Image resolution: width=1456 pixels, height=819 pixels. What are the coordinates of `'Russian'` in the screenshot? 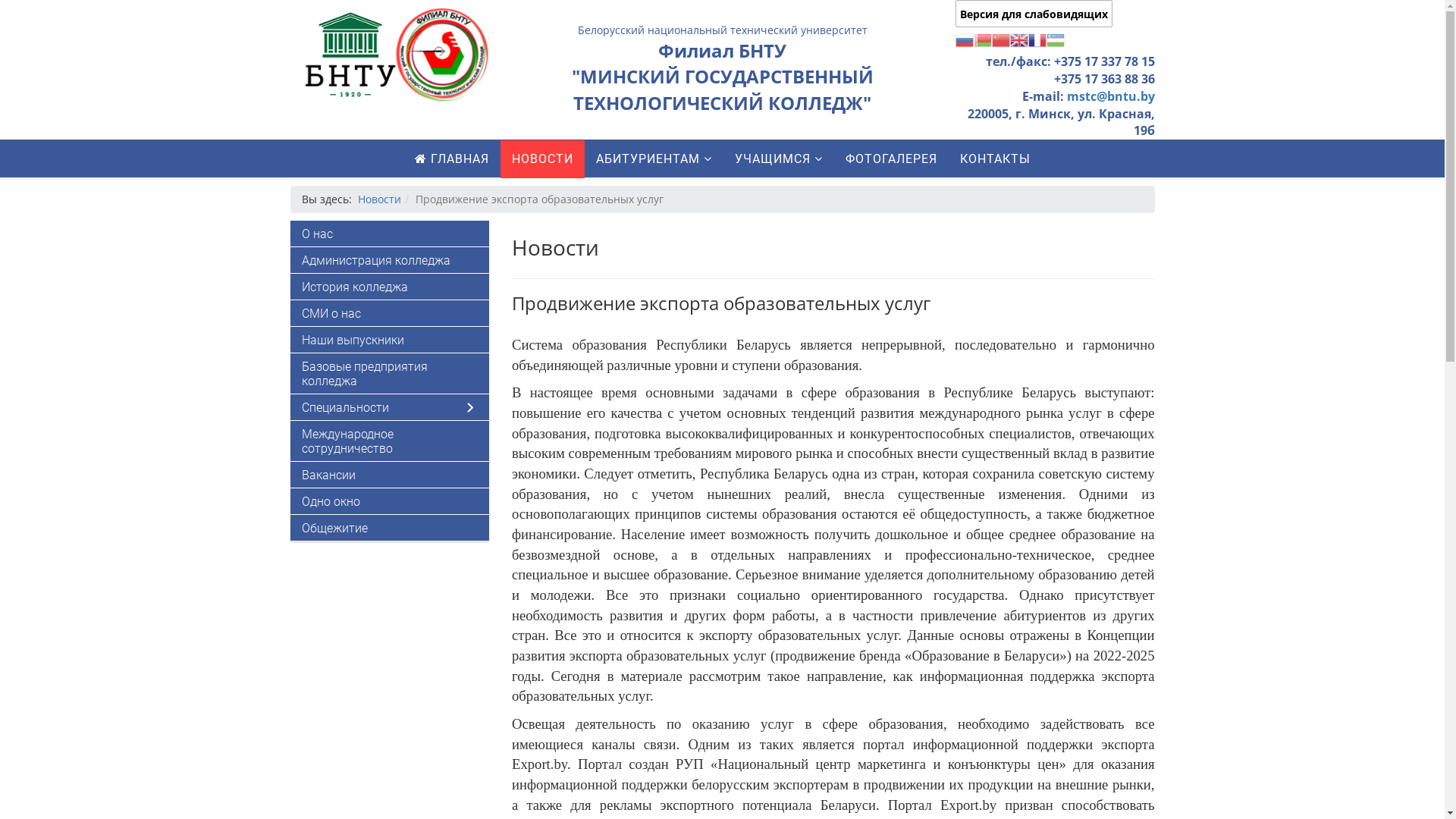 It's located at (964, 38).